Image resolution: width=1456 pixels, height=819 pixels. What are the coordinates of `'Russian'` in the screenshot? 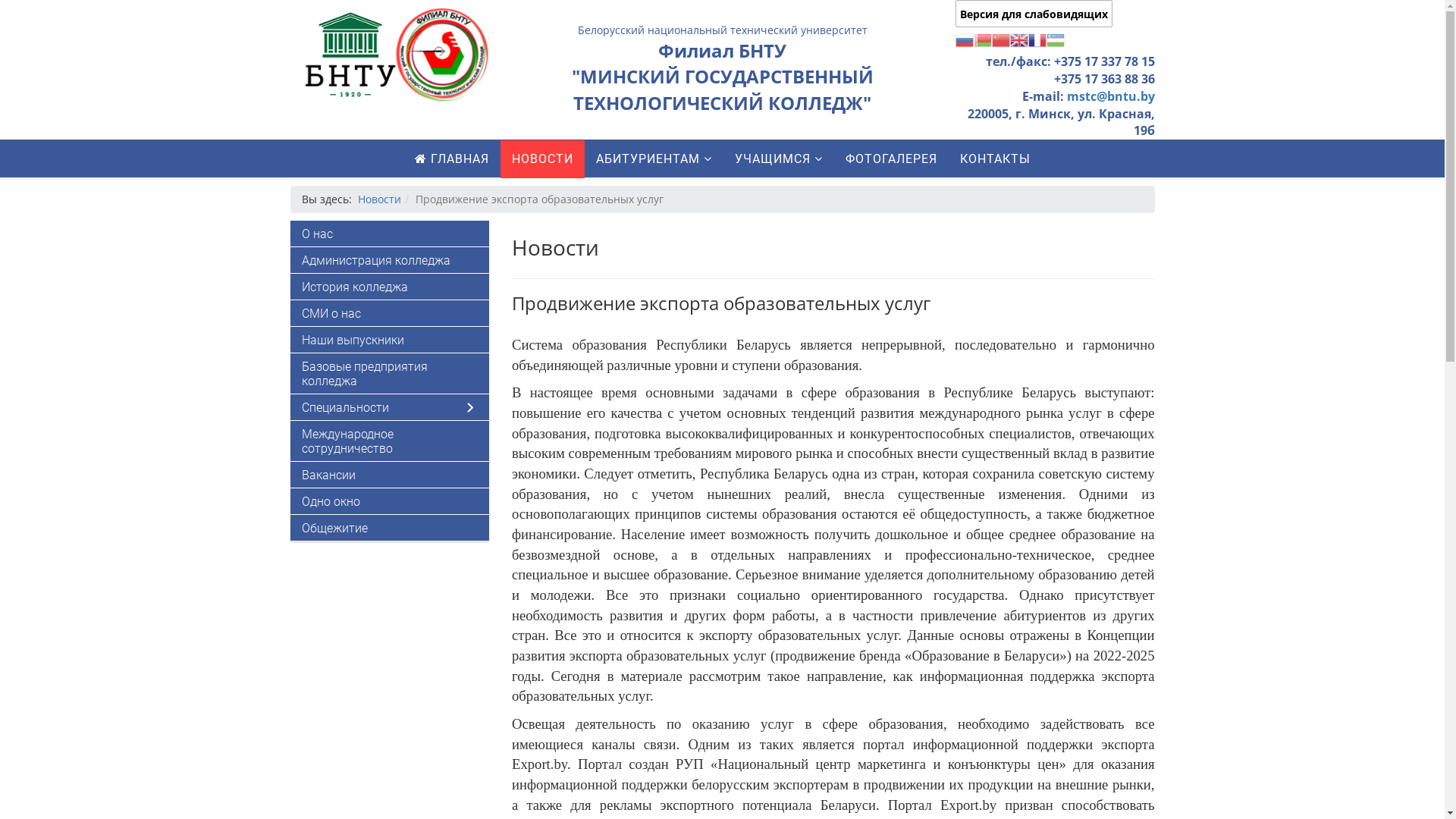 It's located at (964, 38).